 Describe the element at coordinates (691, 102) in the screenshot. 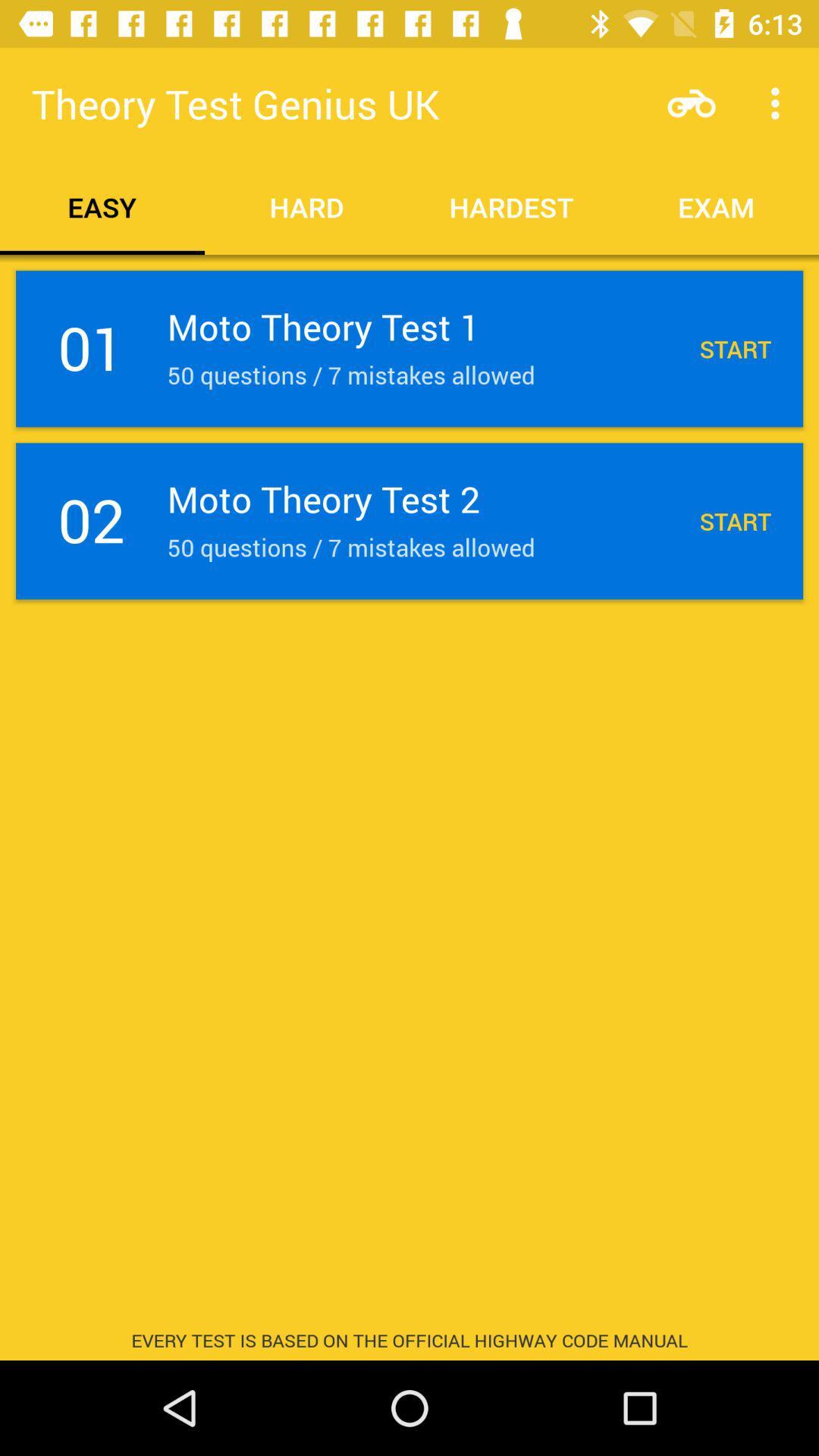

I see `item next to theory test genius item` at that location.